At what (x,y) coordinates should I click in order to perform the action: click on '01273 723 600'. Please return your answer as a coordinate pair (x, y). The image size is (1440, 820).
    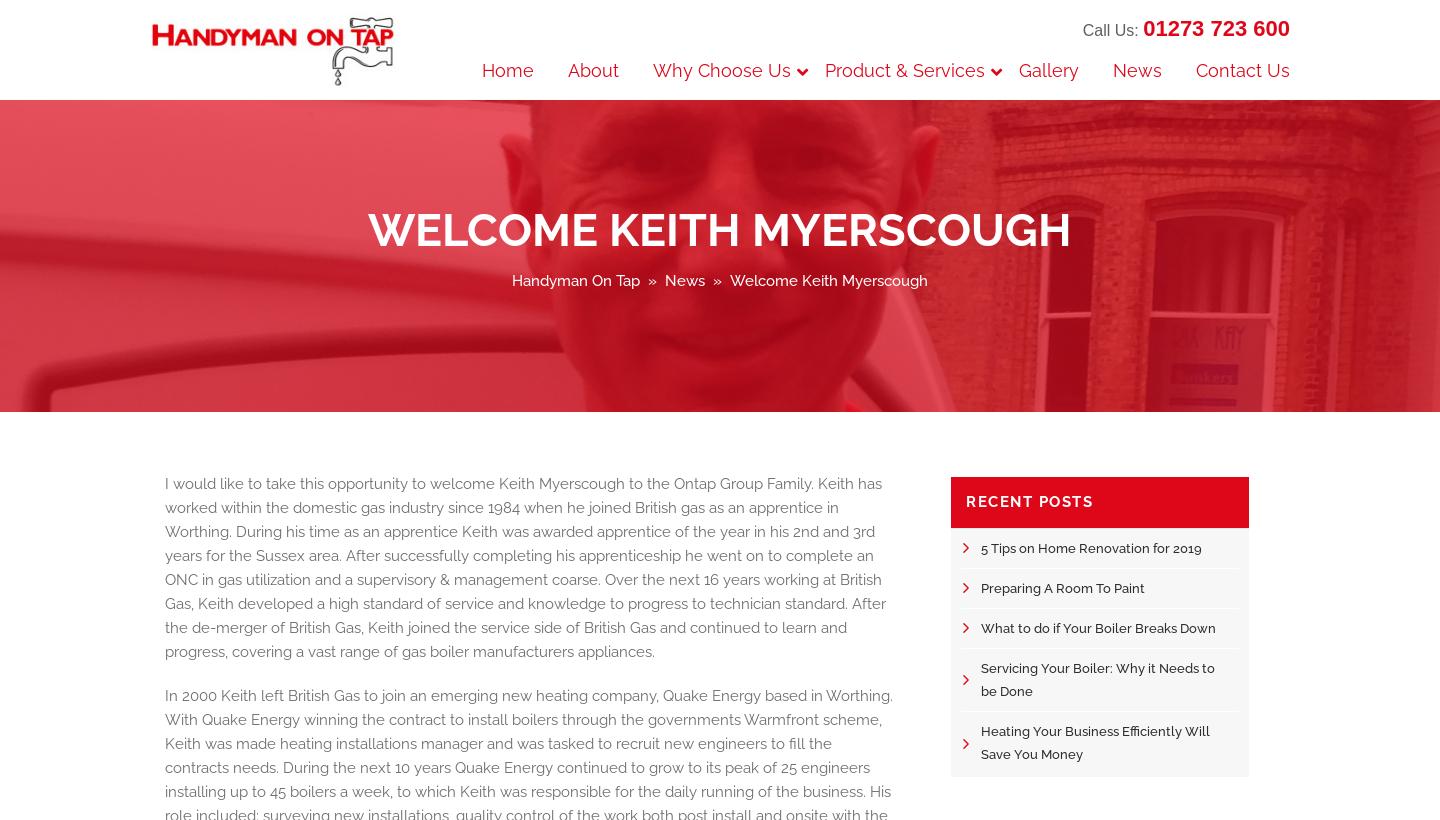
    Looking at the image, I should click on (1215, 27).